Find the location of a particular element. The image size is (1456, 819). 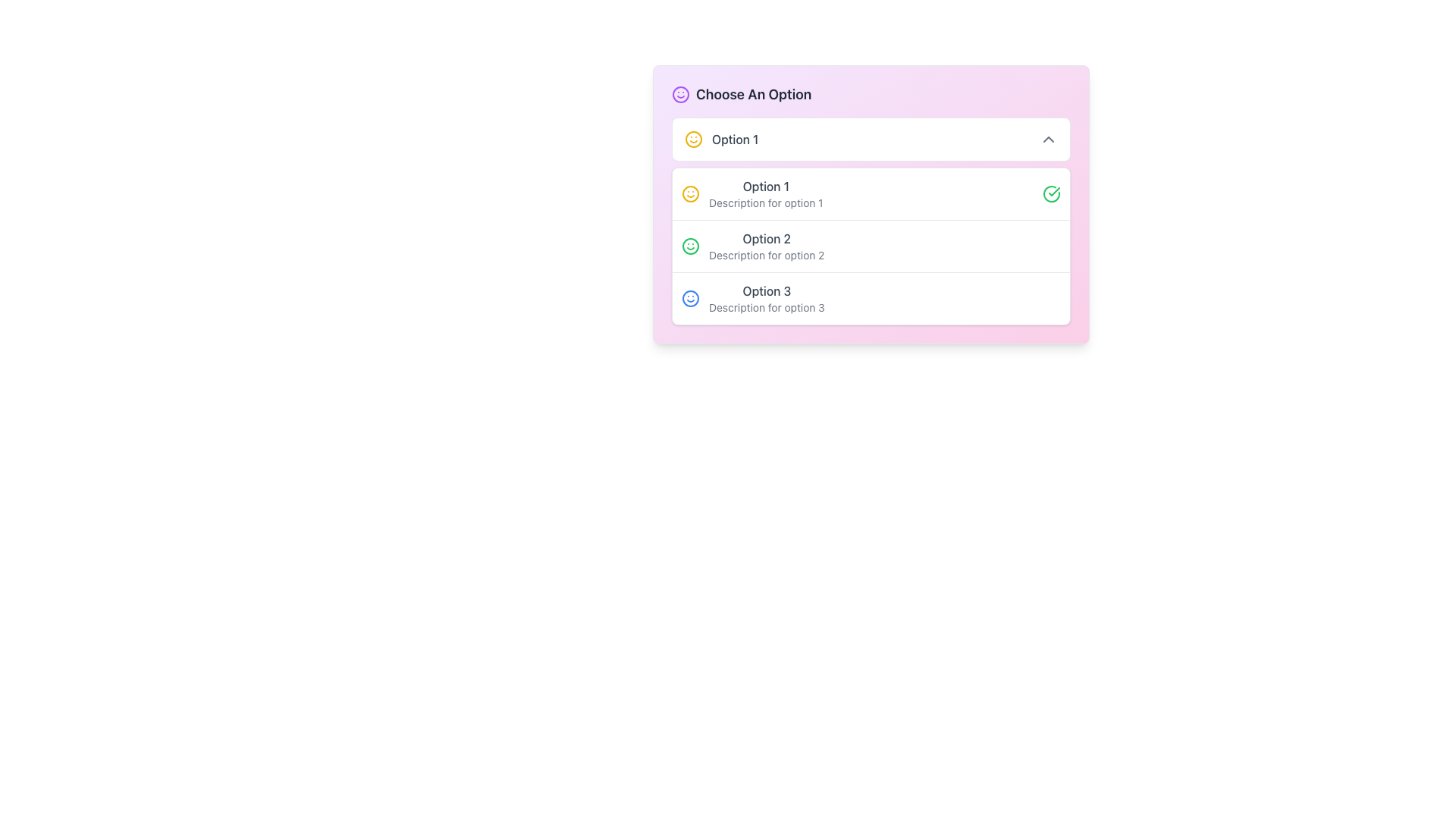

the confirmation icon next to 'Option 1' in the dropdown list, which indicates success for the selected option is located at coordinates (1053, 191).